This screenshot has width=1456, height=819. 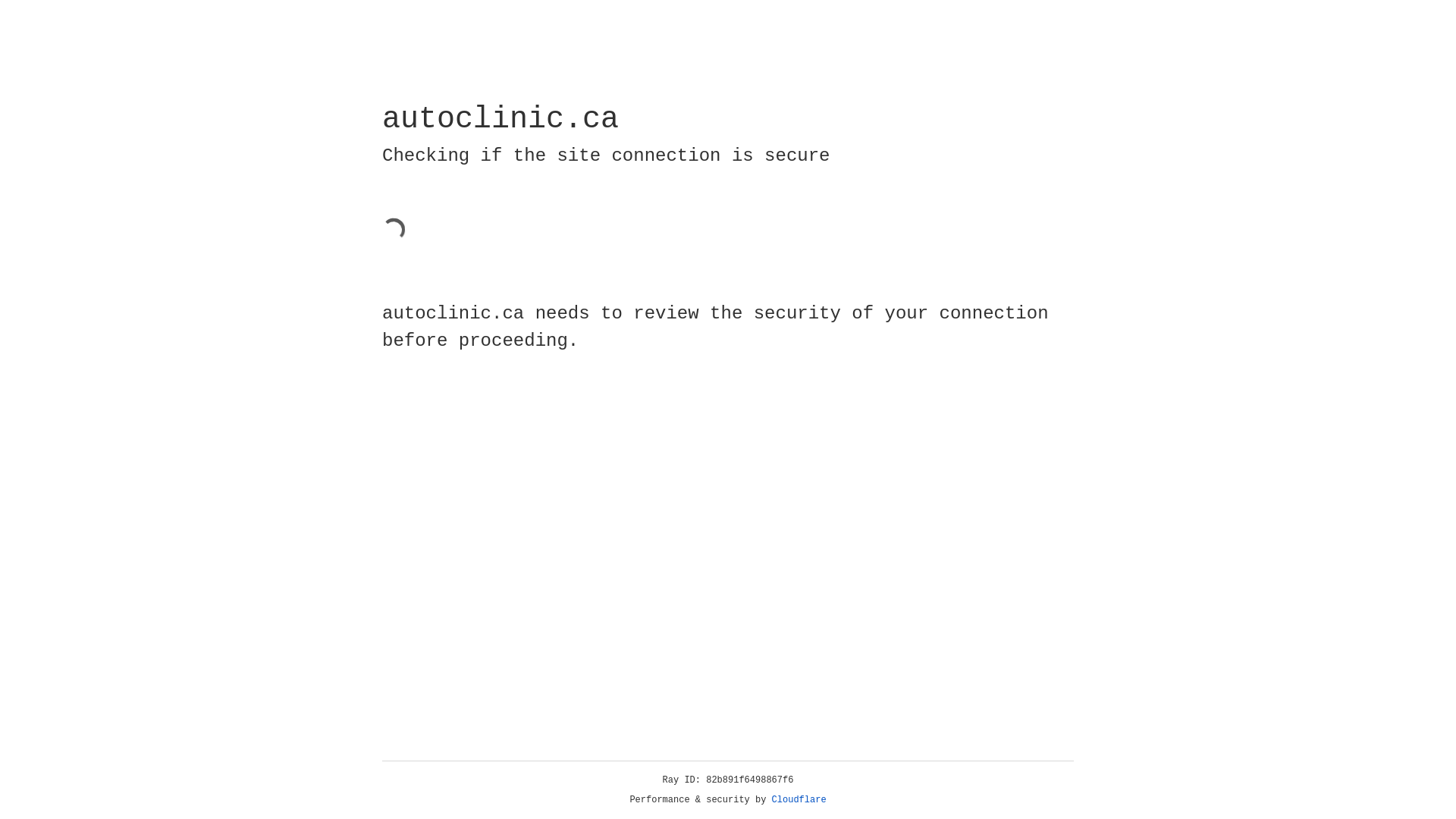 What do you see at coordinates (799, 799) in the screenshot?
I see `'Cloudflare'` at bounding box center [799, 799].